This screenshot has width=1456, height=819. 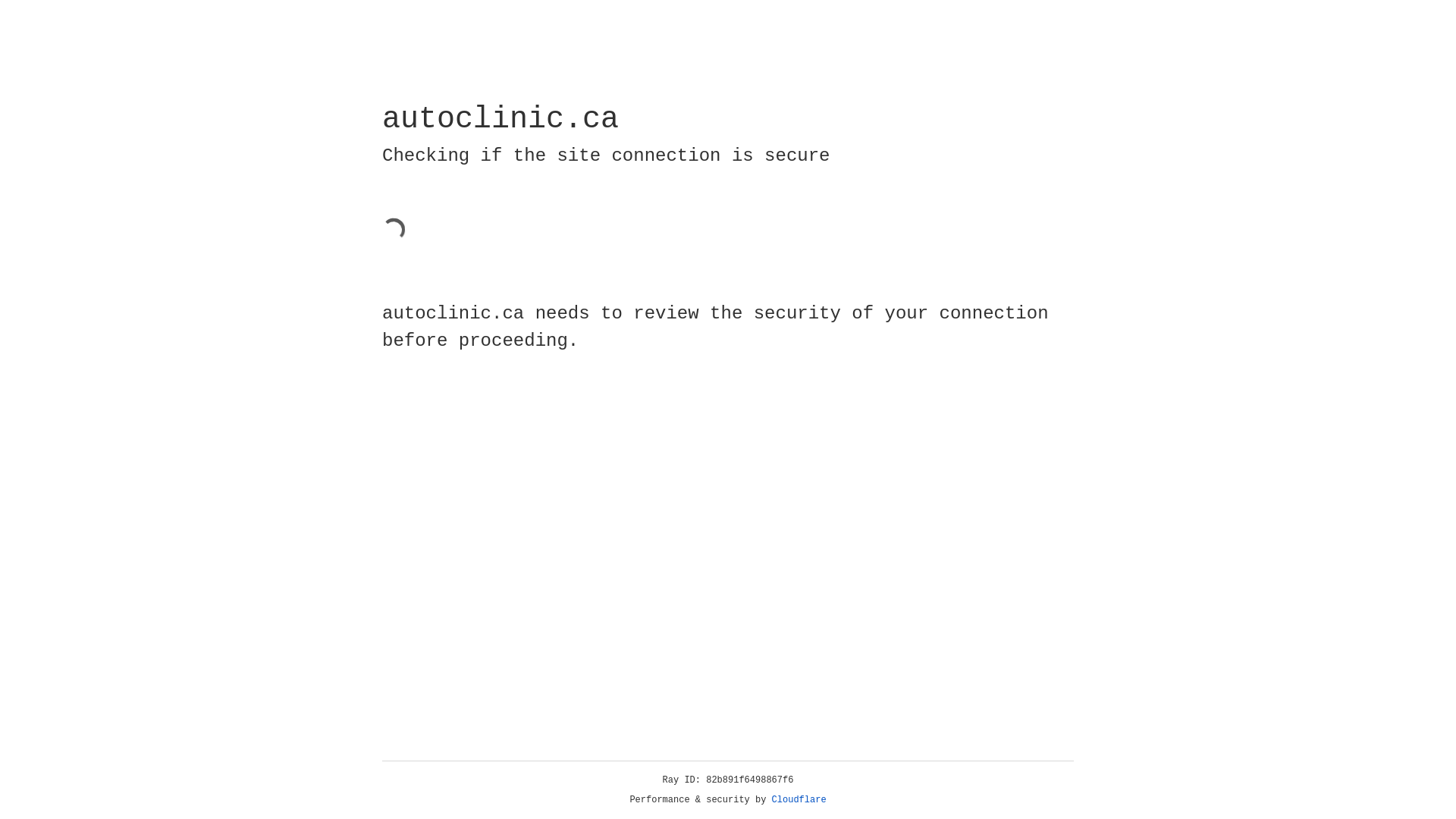 What do you see at coordinates (799, 799) in the screenshot?
I see `'Cloudflare'` at bounding box center [799, 799].